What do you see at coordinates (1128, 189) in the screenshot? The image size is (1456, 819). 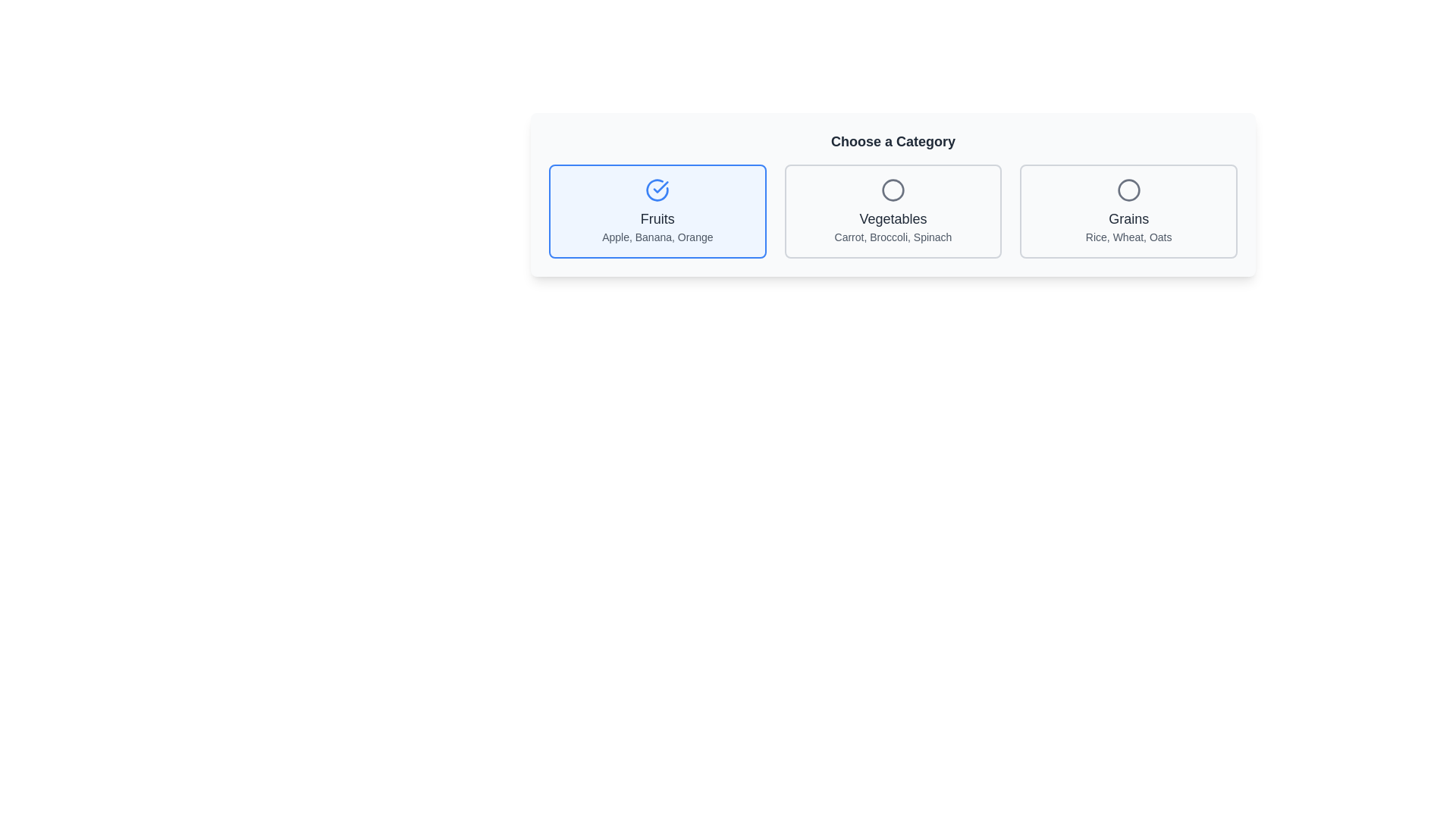 I see `the decorative or status-related icon associated with the 'Grains' category located above the text 'Grains'` at bounding box center [1128, 189].